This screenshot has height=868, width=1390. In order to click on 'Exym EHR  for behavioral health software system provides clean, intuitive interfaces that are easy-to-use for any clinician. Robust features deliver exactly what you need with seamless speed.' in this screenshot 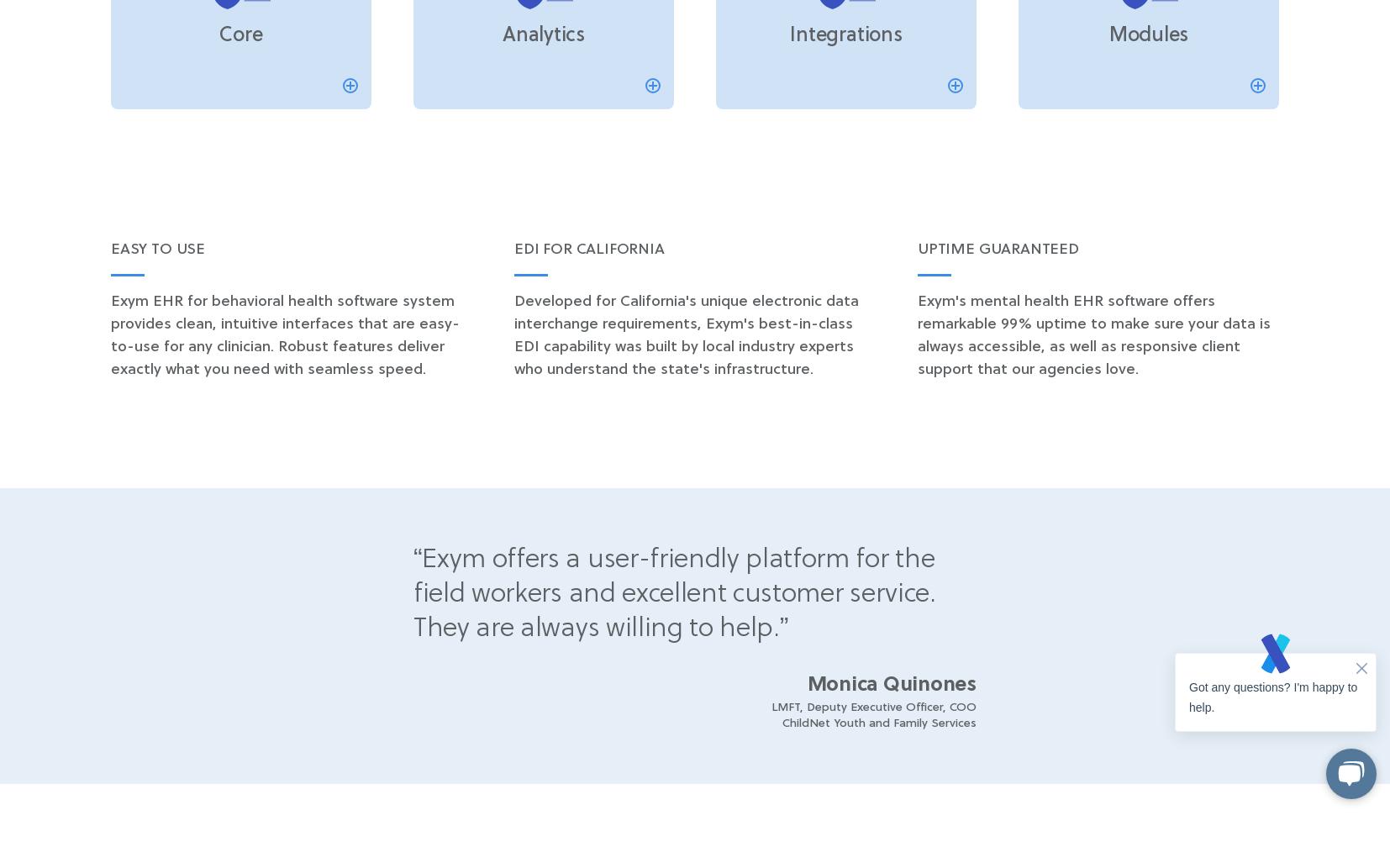, I will do `click(284, 335)`.